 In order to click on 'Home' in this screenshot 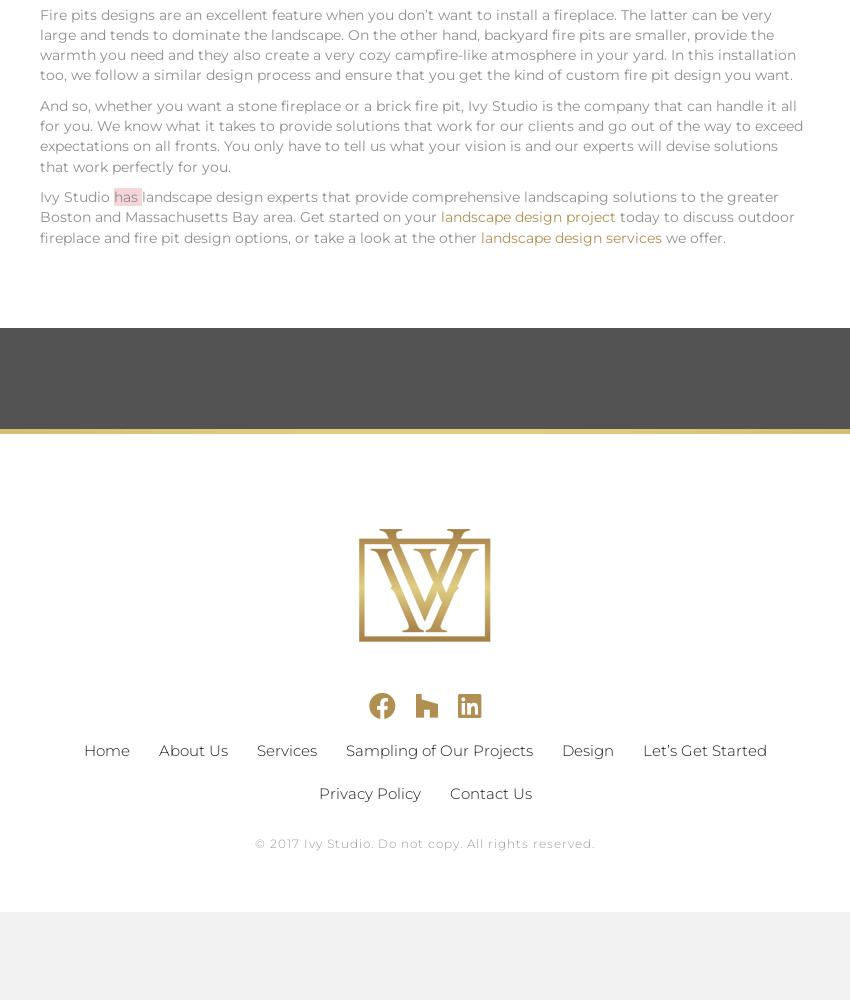, I will do `click(82, 748)`.